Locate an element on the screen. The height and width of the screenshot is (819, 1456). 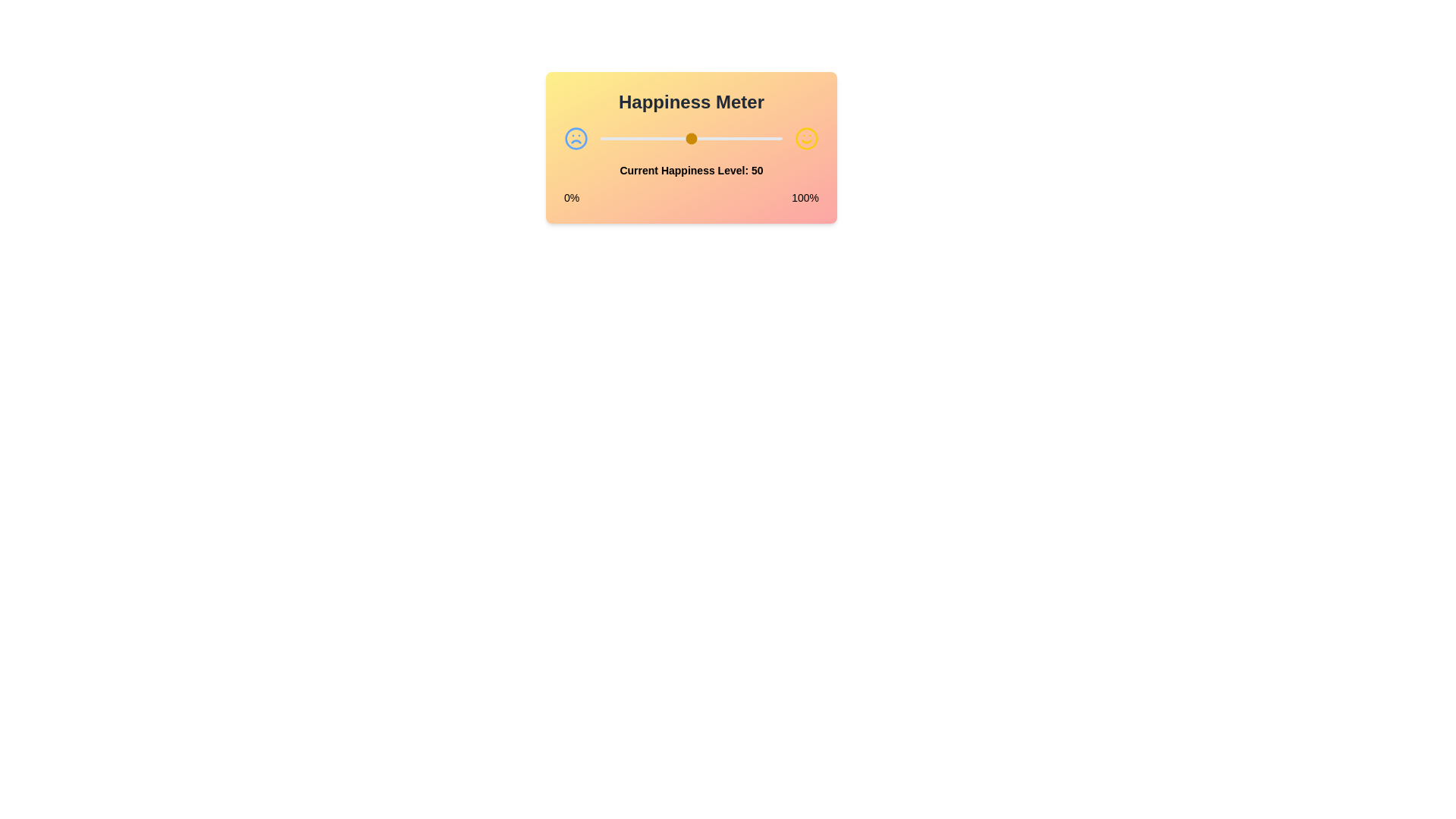
the happiness level to 66 by dragging the slider is located at coordinates (720, 138).